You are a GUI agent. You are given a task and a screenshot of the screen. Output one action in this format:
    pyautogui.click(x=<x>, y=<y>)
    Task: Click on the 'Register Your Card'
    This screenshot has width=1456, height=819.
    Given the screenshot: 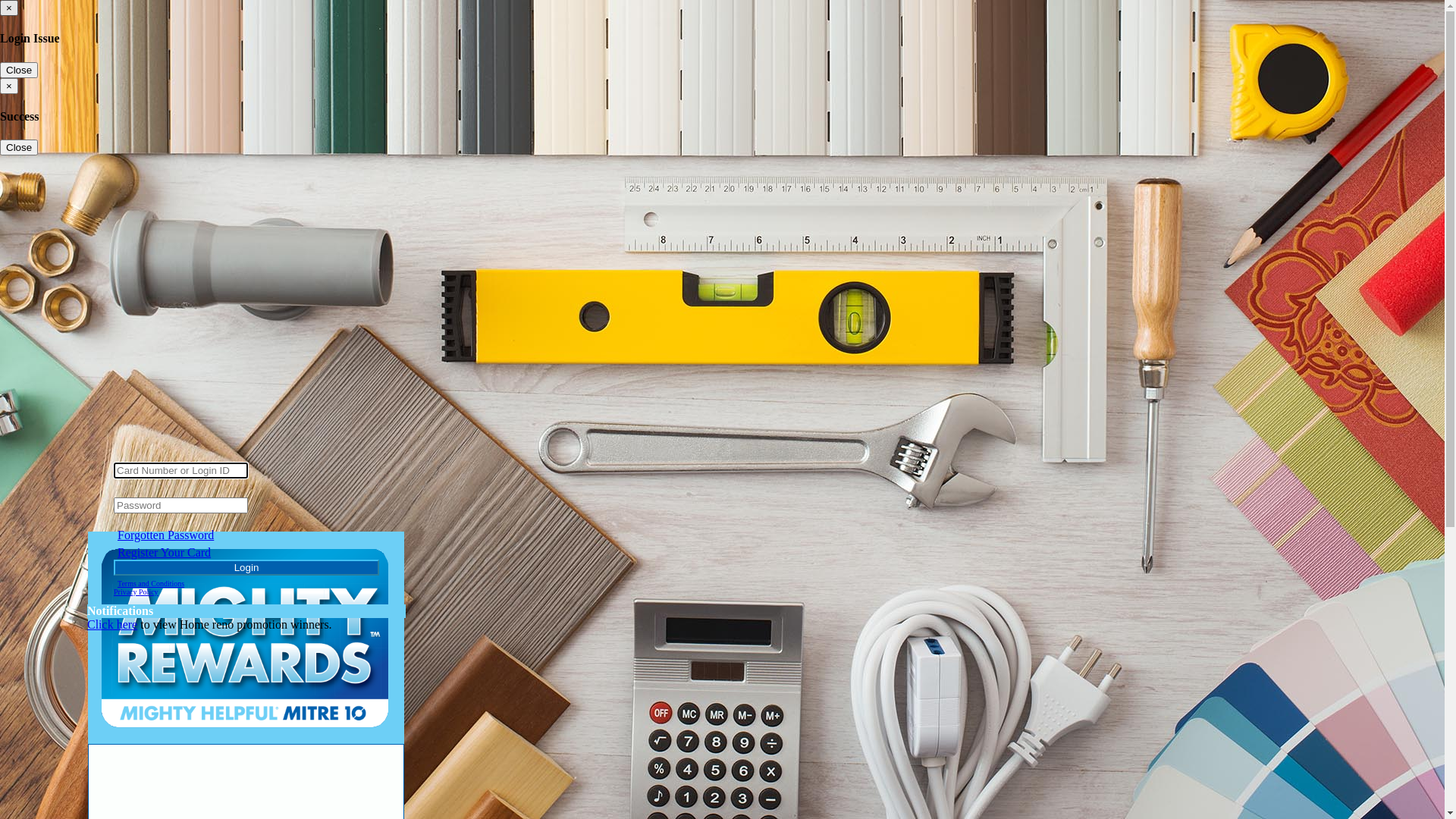 What is the action you would take?
    pyautogui.click(x=164, y=552)
    